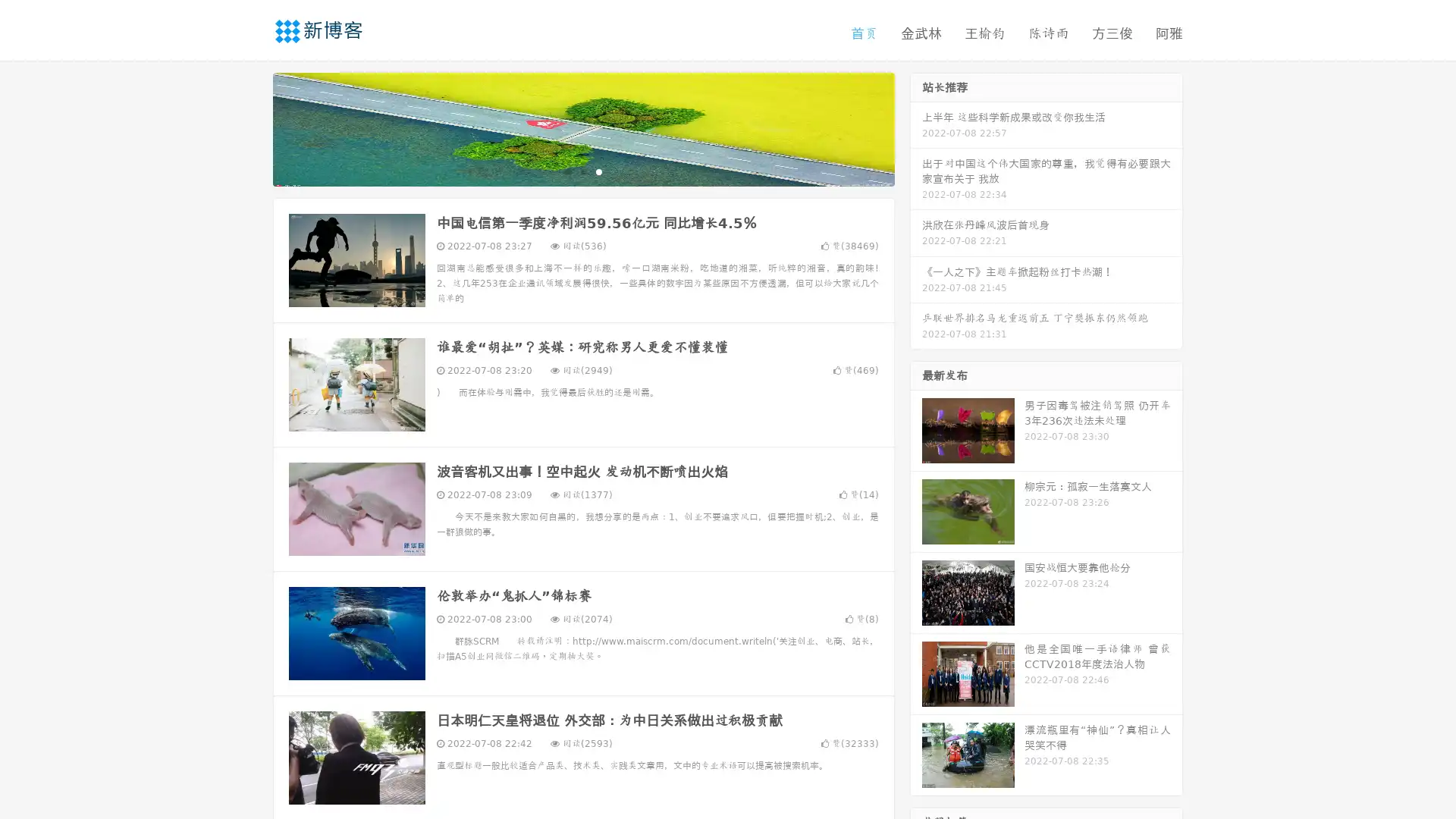 The width and height of the screenshot is (1456, 819). I want to click on Go to slide 3, so click(598, 171).